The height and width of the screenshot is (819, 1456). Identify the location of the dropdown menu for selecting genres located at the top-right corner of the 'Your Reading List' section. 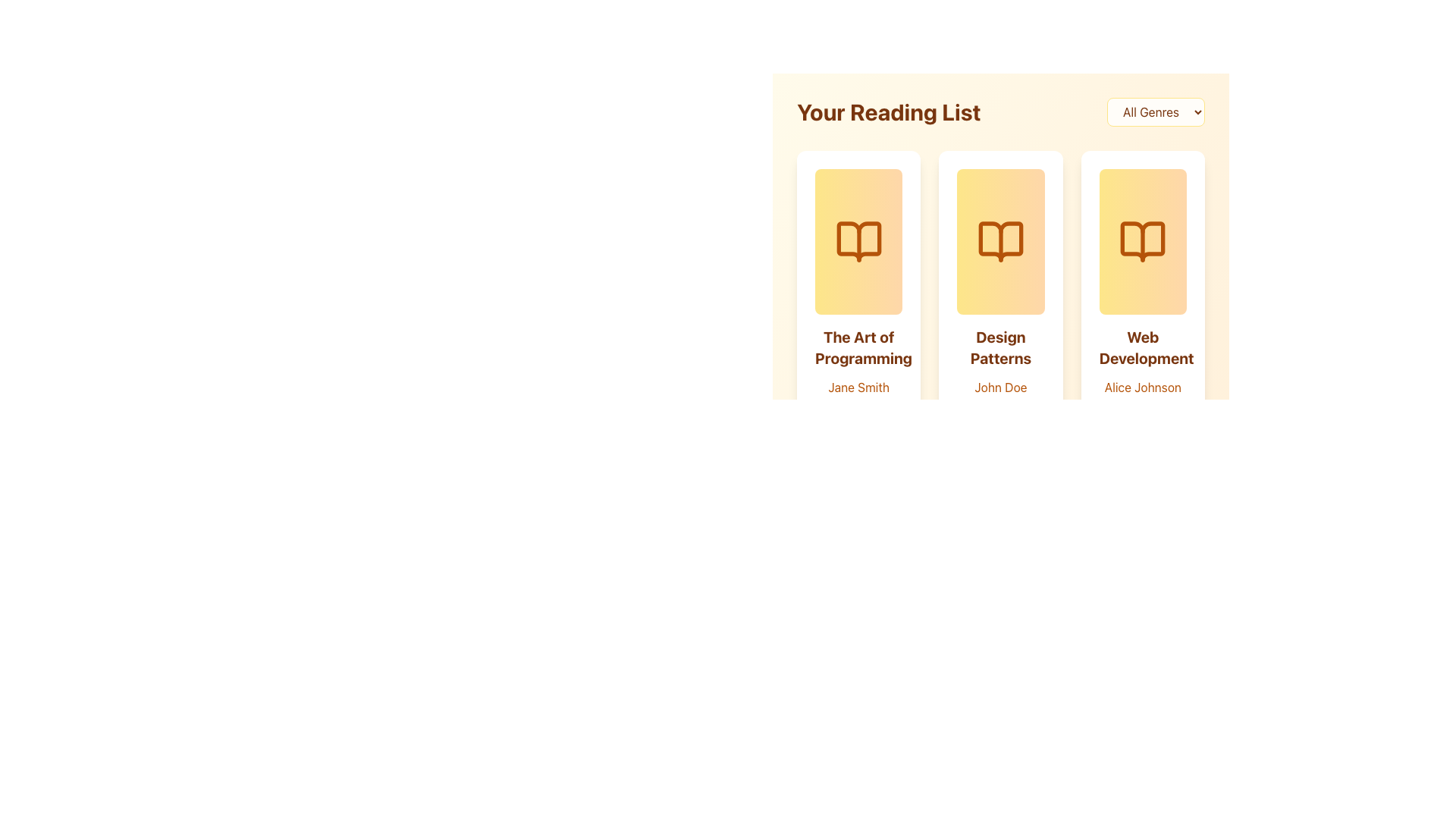
(1155, 111).